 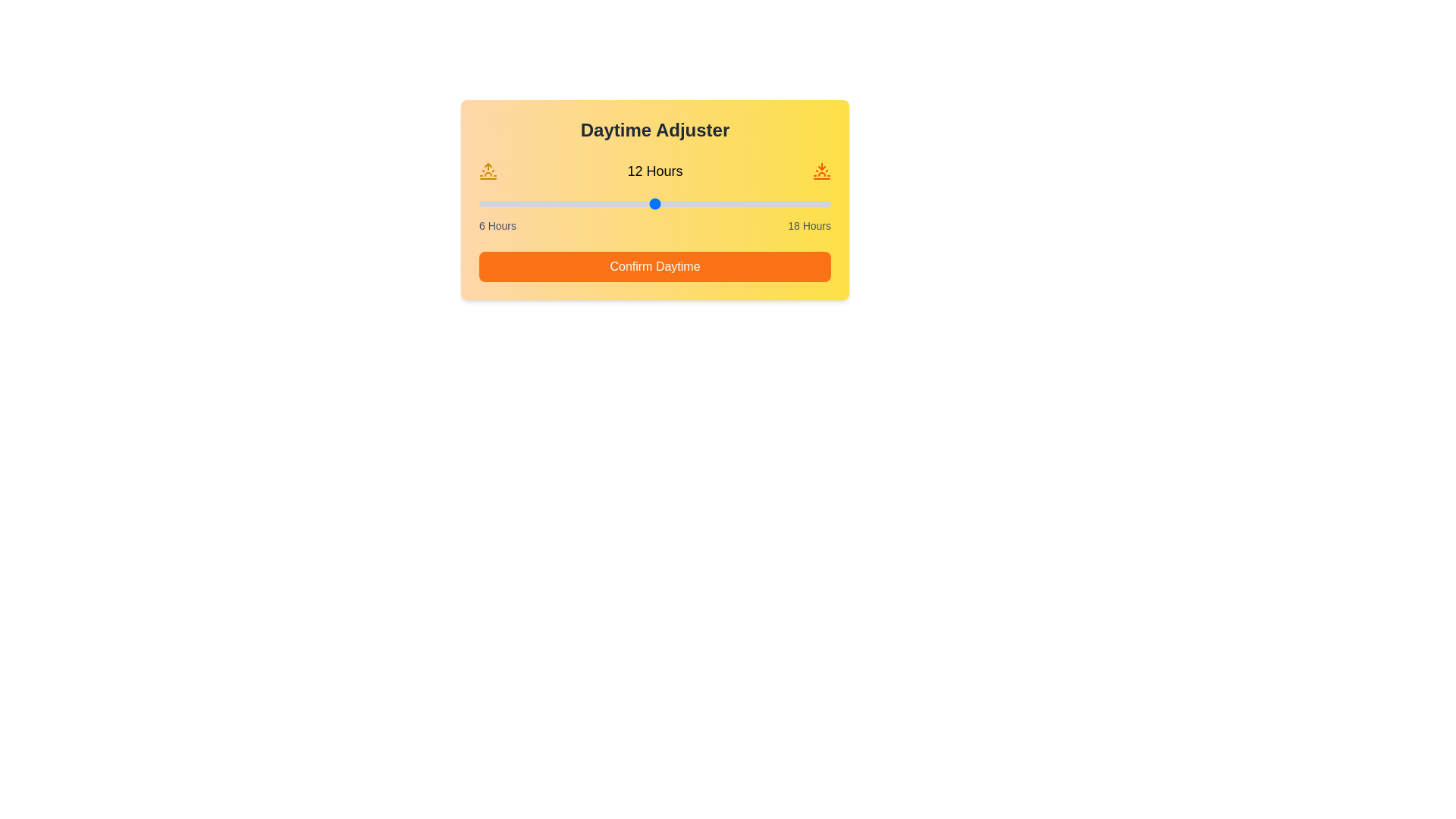 What do you see at coordinates (742, 203) in the screenshot?
I see `the slider to set the daytime hours to 15` at bounding box center [742, 203].